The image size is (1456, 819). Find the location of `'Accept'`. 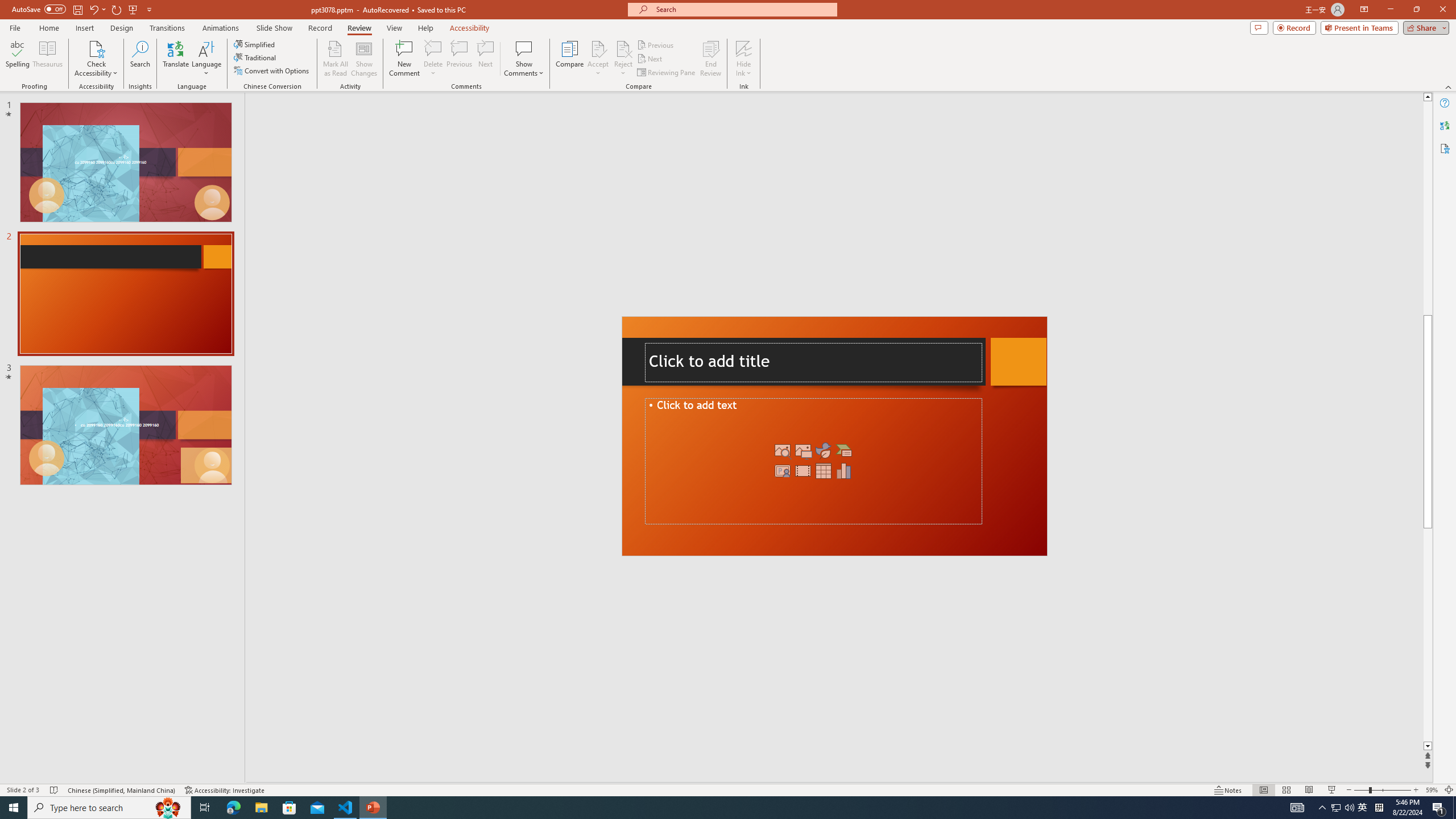

'Accept' is located at coordinates (598, 59).